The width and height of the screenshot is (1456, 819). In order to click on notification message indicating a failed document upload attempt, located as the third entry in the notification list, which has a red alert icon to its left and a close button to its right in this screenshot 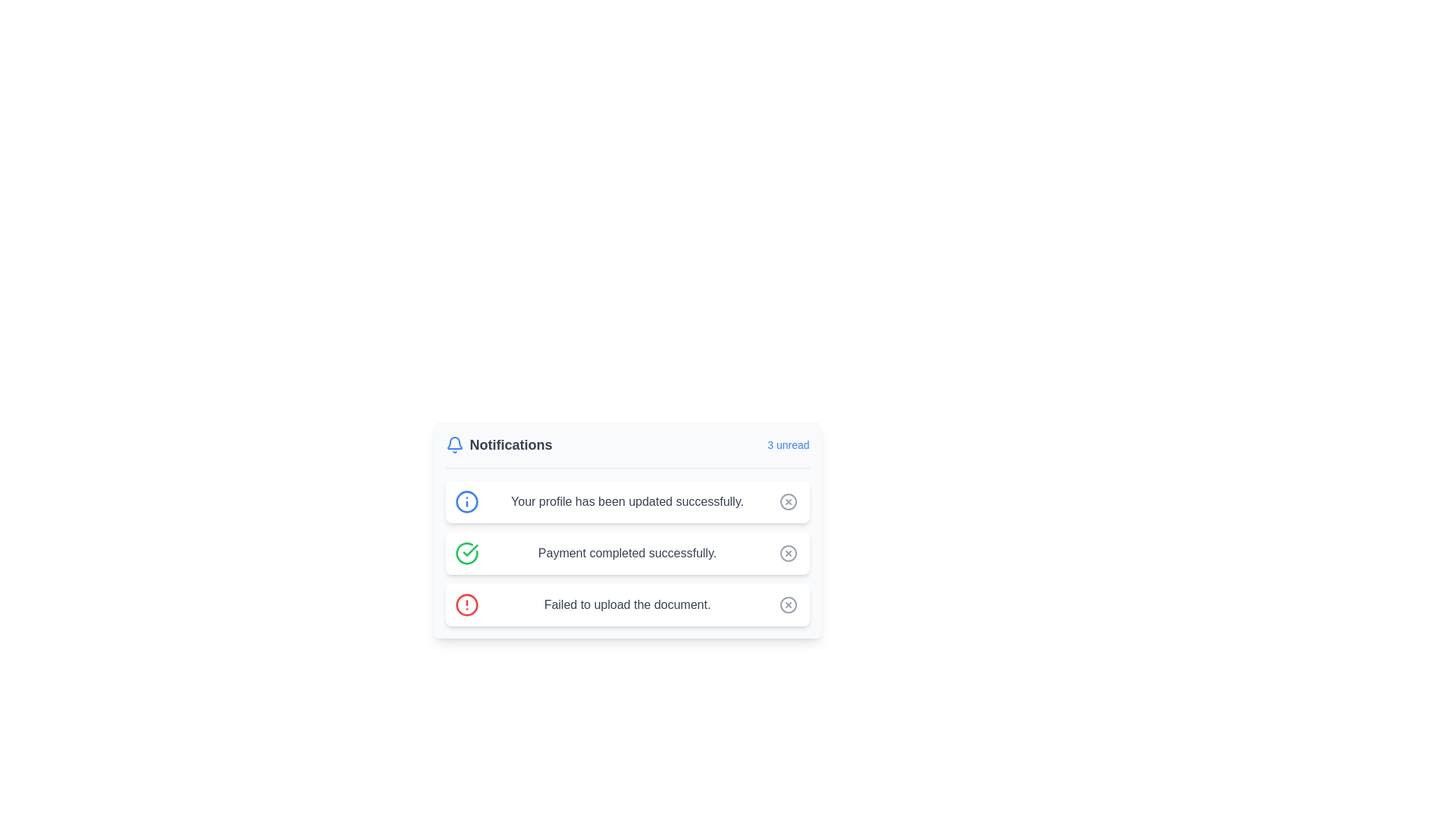, I will do `click(627, 604)`.